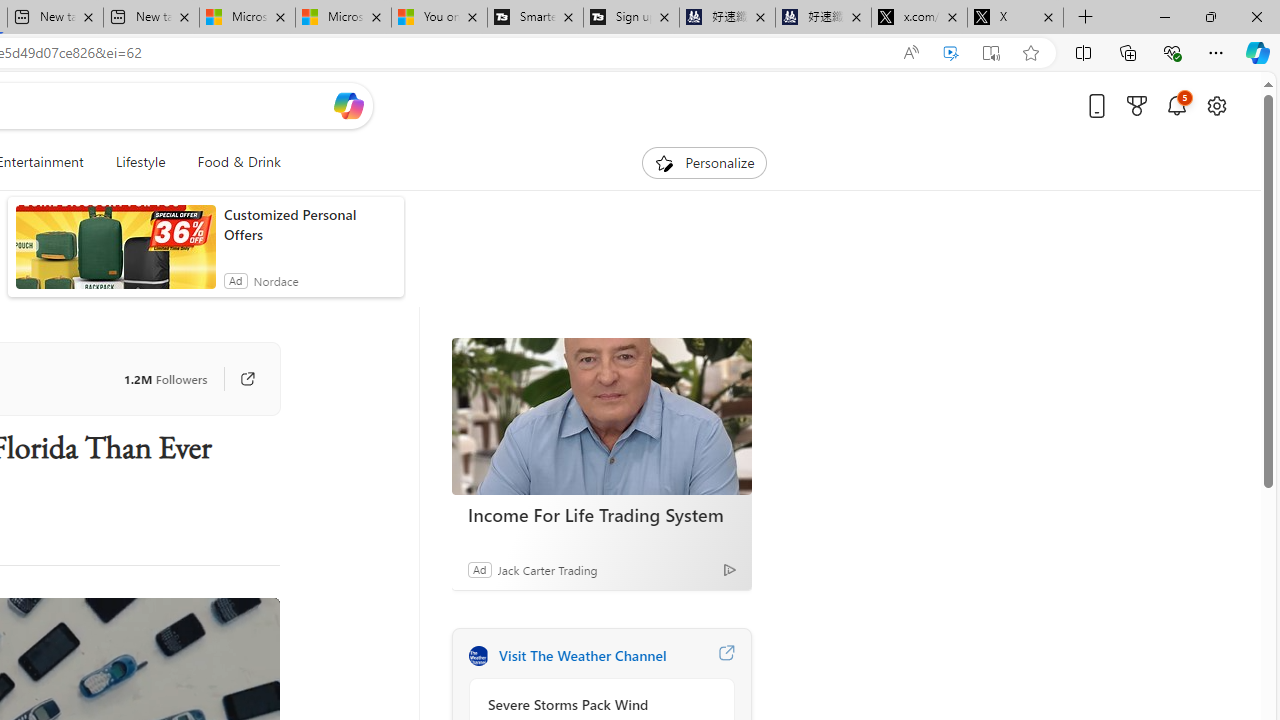 The image size is (1280, 720). Describe the element at coordinates (478, 569) in the screenshot. I see `'Ad'` at that location.